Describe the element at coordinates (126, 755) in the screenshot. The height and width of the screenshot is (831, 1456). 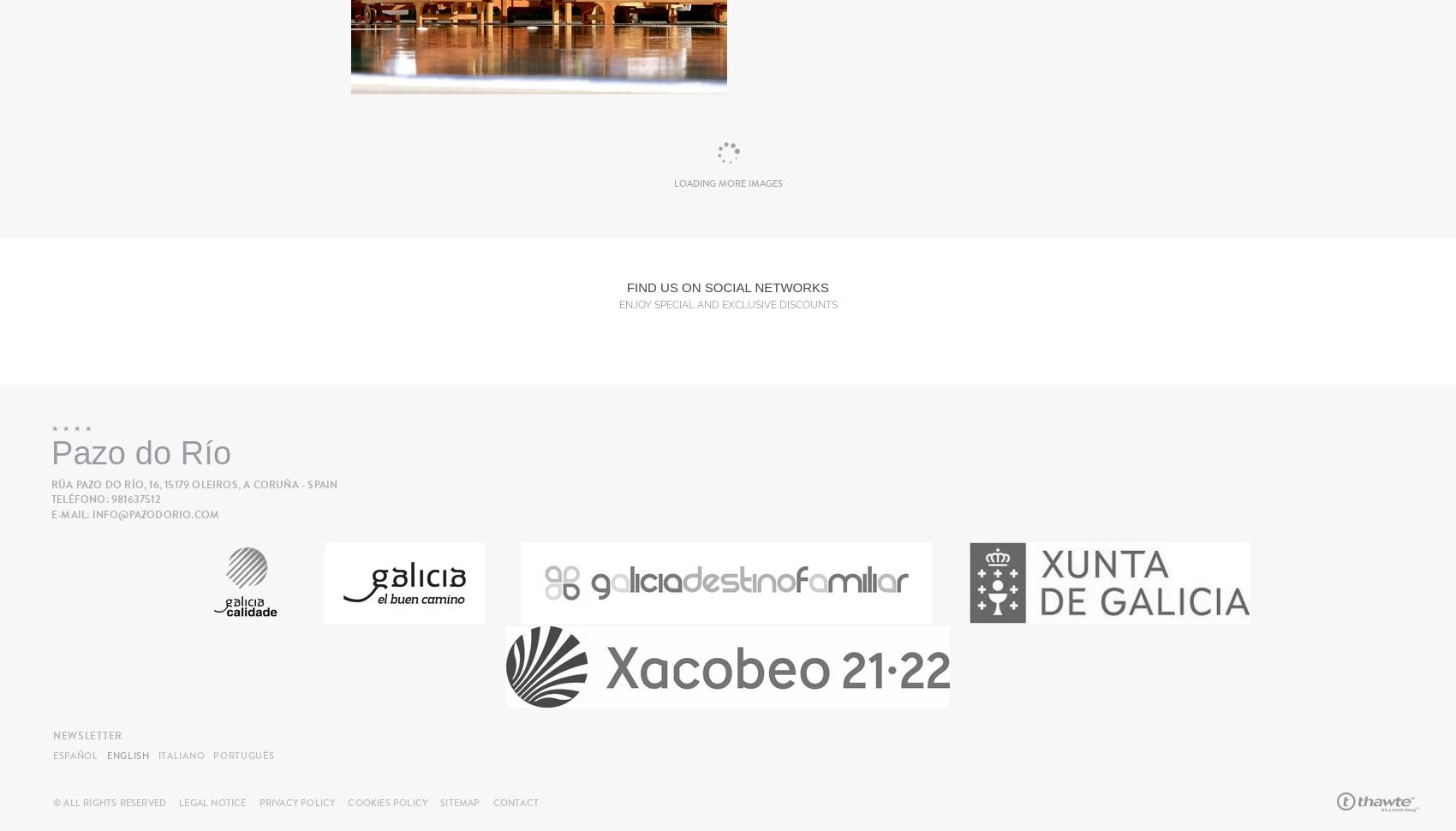
I see `'English'` at that location.